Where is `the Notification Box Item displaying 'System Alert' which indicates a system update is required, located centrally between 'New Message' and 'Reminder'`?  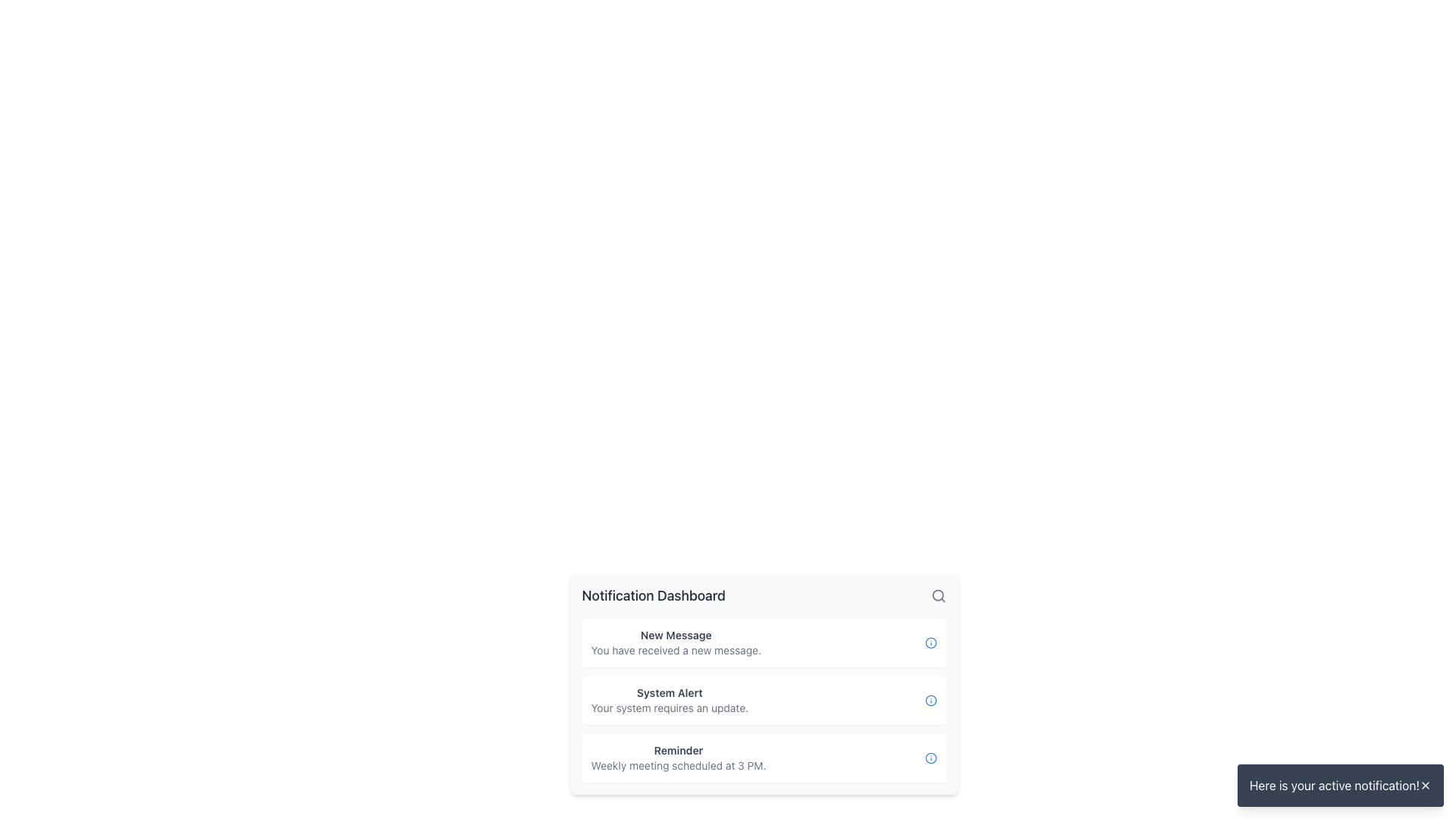 the Notification Box Item displaying 'System Alert' which indicates a system update is required, located centrally between 'New Message' and 'Reminder' is located at coordinates (764, 684).